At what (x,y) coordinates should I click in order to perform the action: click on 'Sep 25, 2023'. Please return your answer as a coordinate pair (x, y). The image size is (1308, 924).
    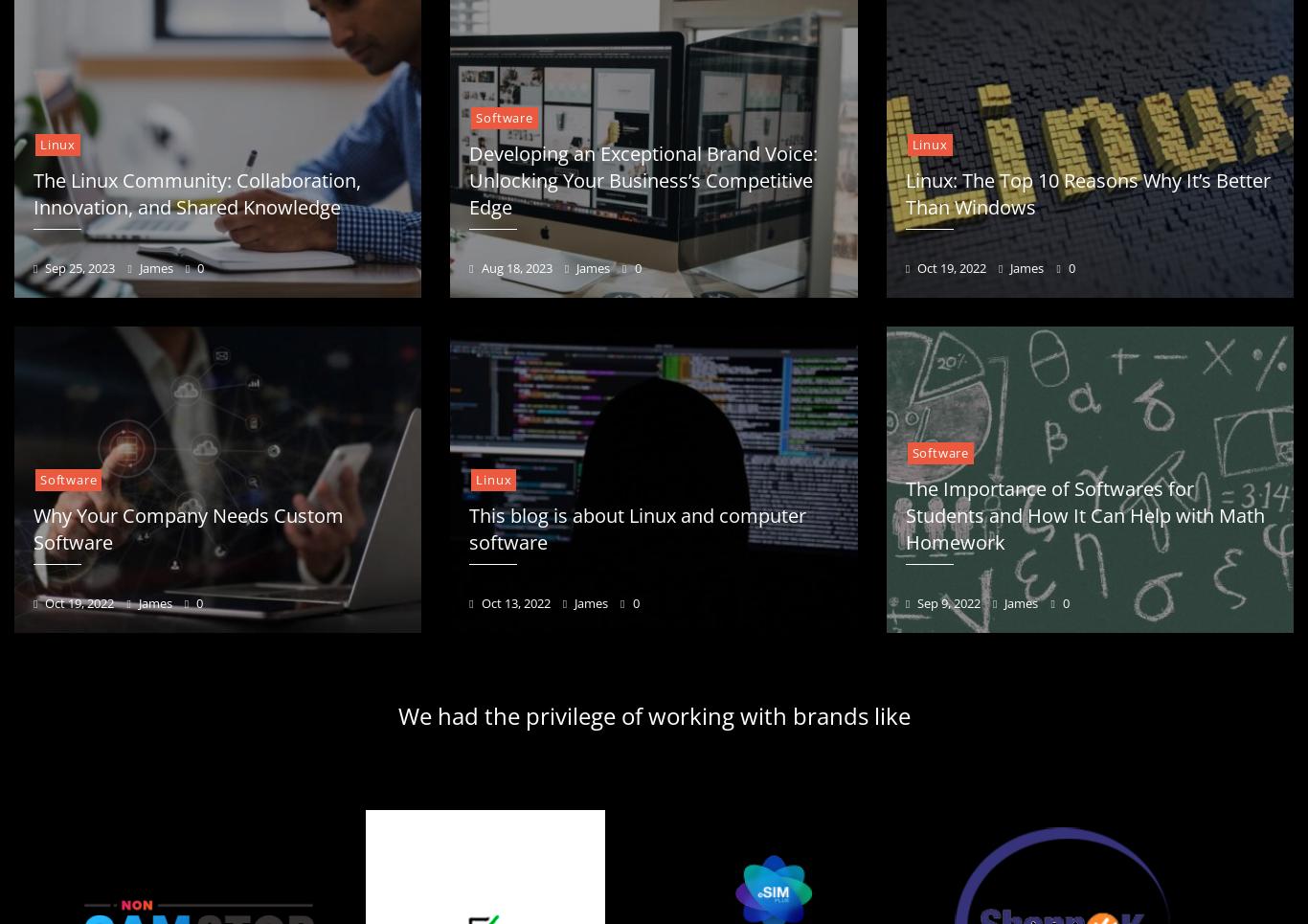
    Looking at the image, I should click on (78, 266).